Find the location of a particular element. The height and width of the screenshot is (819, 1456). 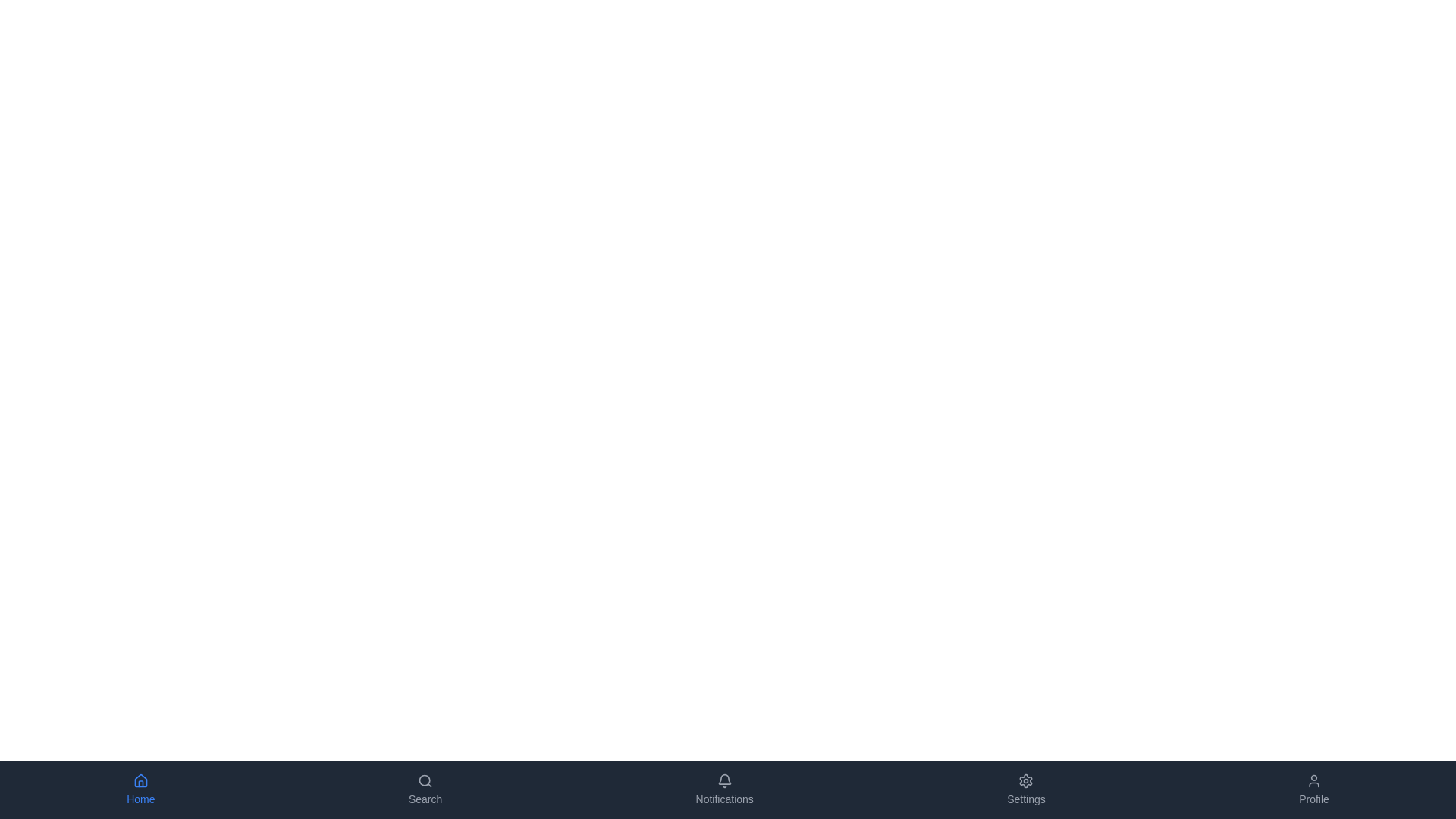

the 'Home' button located at the bottom-left of the navigation bar is located at coordinates (140, 789).